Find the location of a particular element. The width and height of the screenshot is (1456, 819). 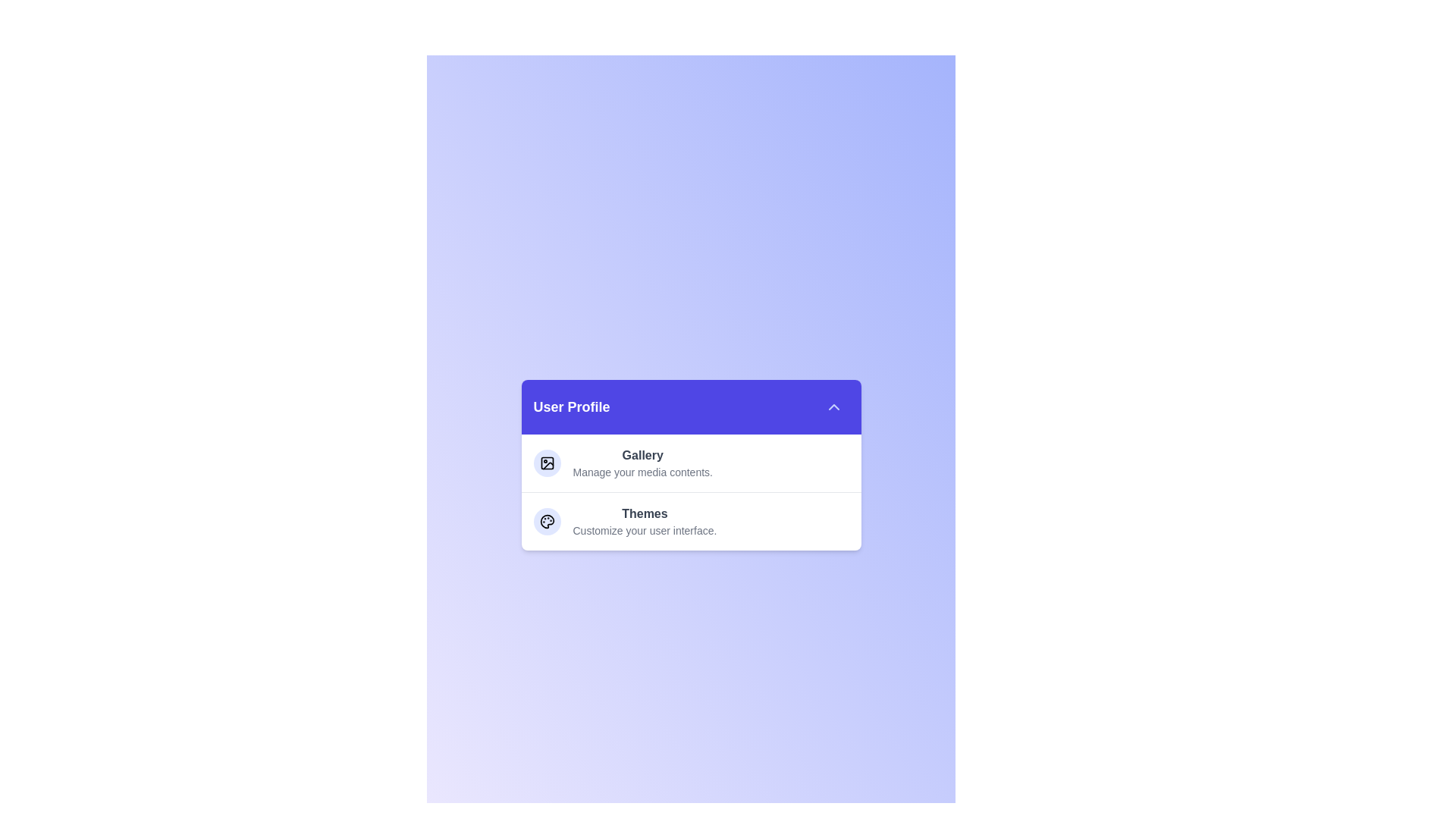

the icon for Gallery menu option is located at coordinates (546, 462).